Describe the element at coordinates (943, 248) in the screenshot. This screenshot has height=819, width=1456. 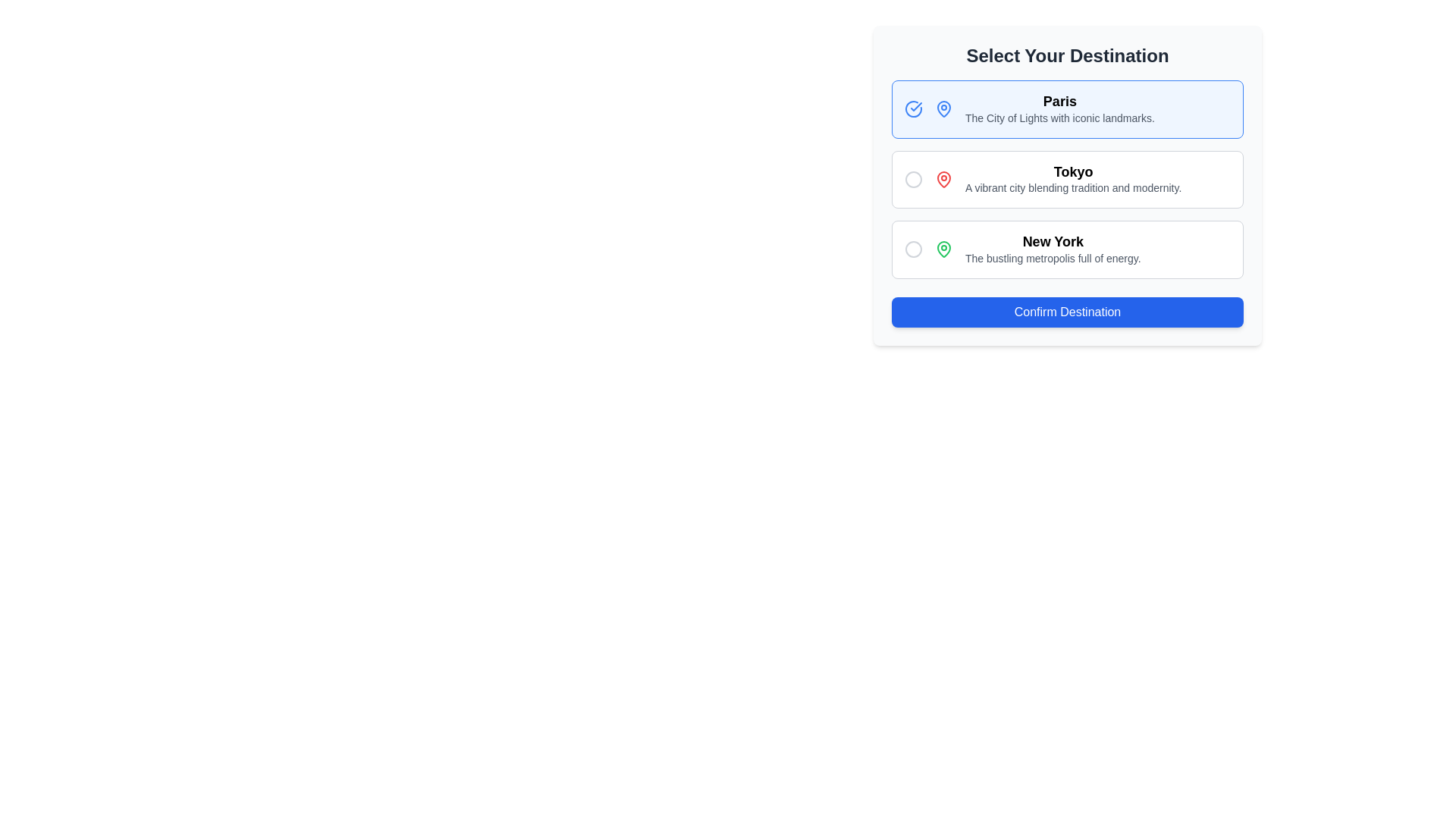
I see `the details visually by clicking on the pin icon representing 'New York' in the 'Select Your Destination' card, located in the third row of options` at that location.